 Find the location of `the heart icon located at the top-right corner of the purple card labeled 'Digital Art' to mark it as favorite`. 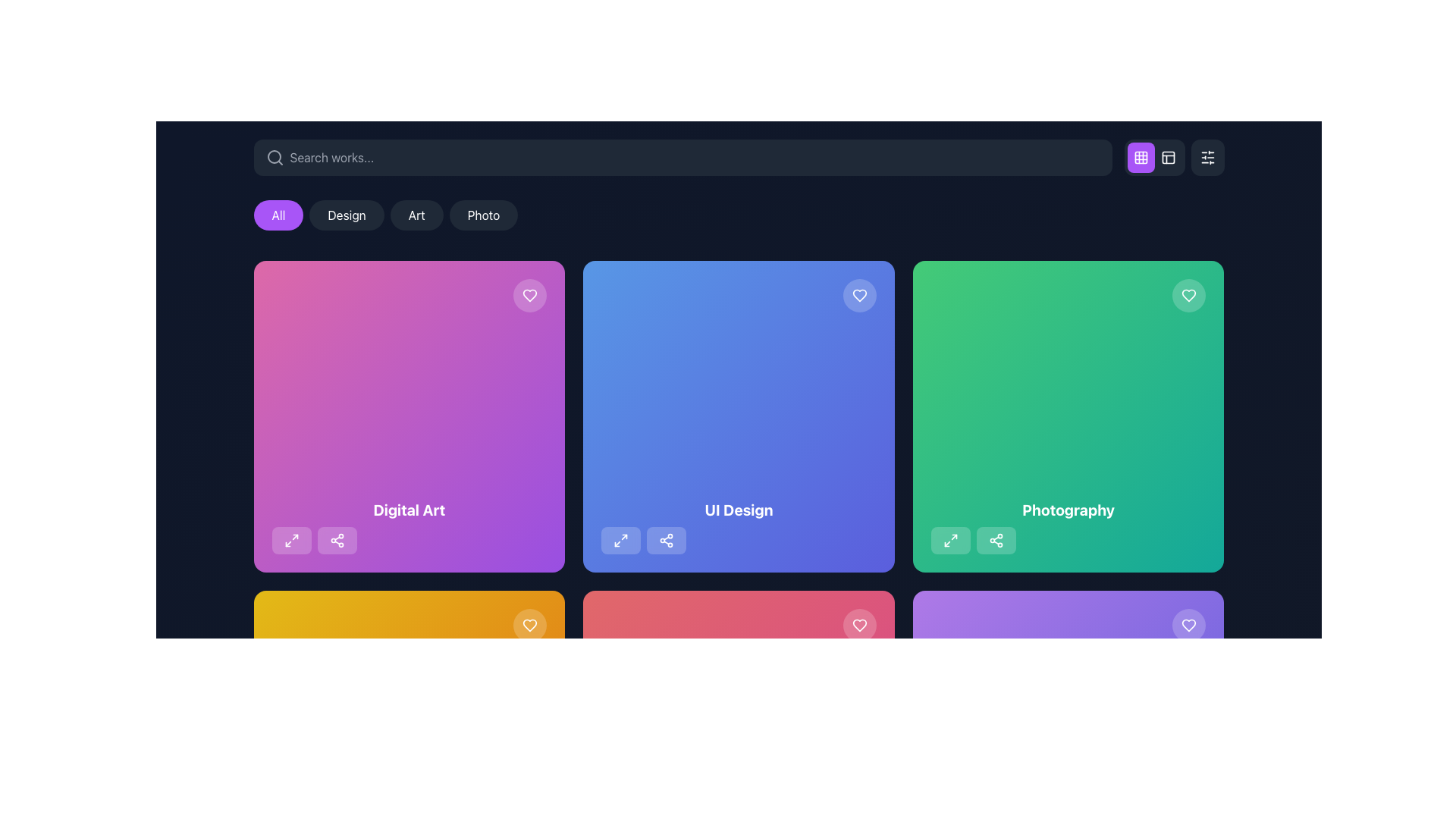

the heart icon located at the top-right corner of the purple card labeled 'Digital Art' to mark it as favorite is located at coordinates (1188, 625).